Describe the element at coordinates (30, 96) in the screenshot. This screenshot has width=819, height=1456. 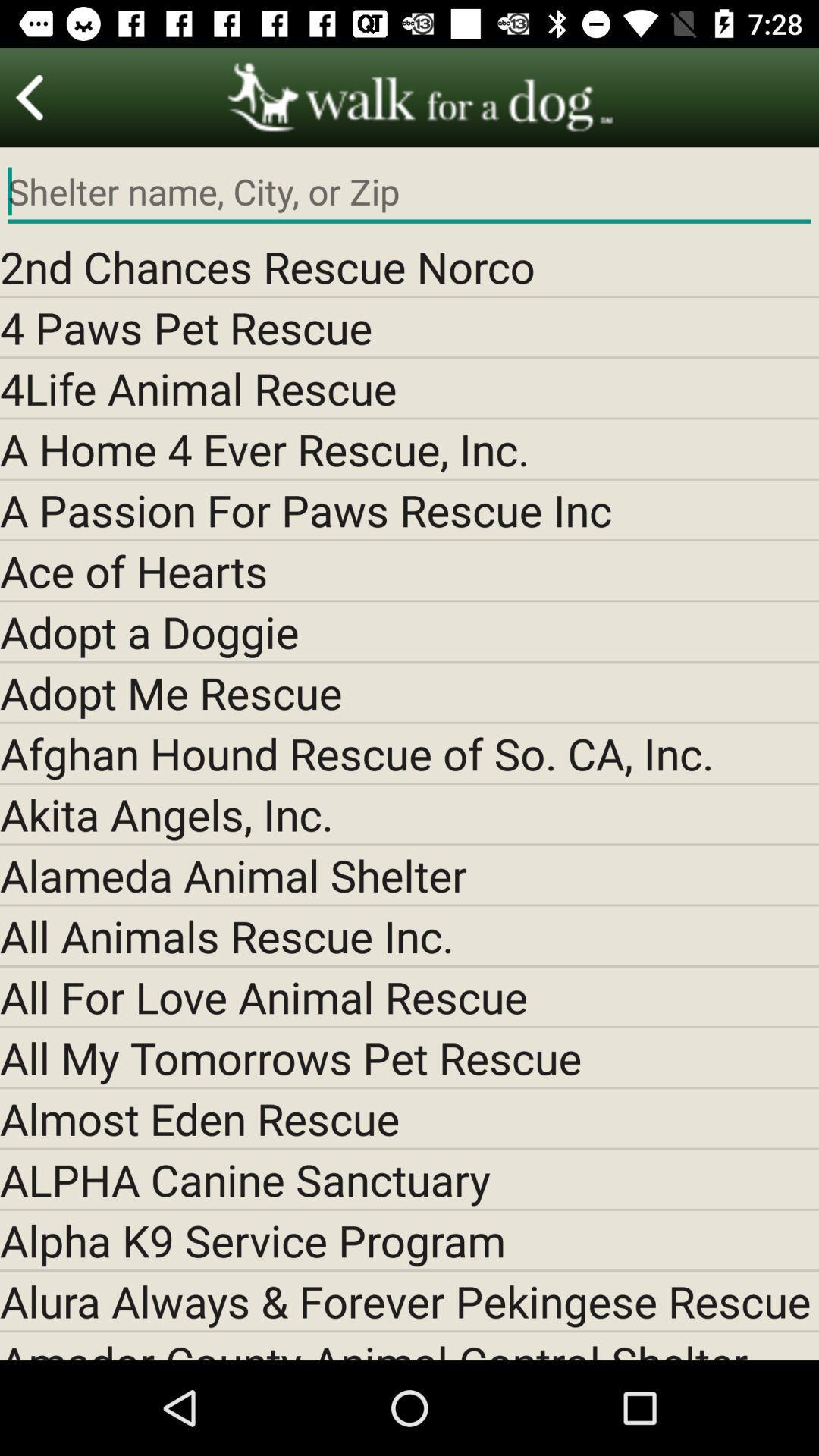
I see `go back` at that location.